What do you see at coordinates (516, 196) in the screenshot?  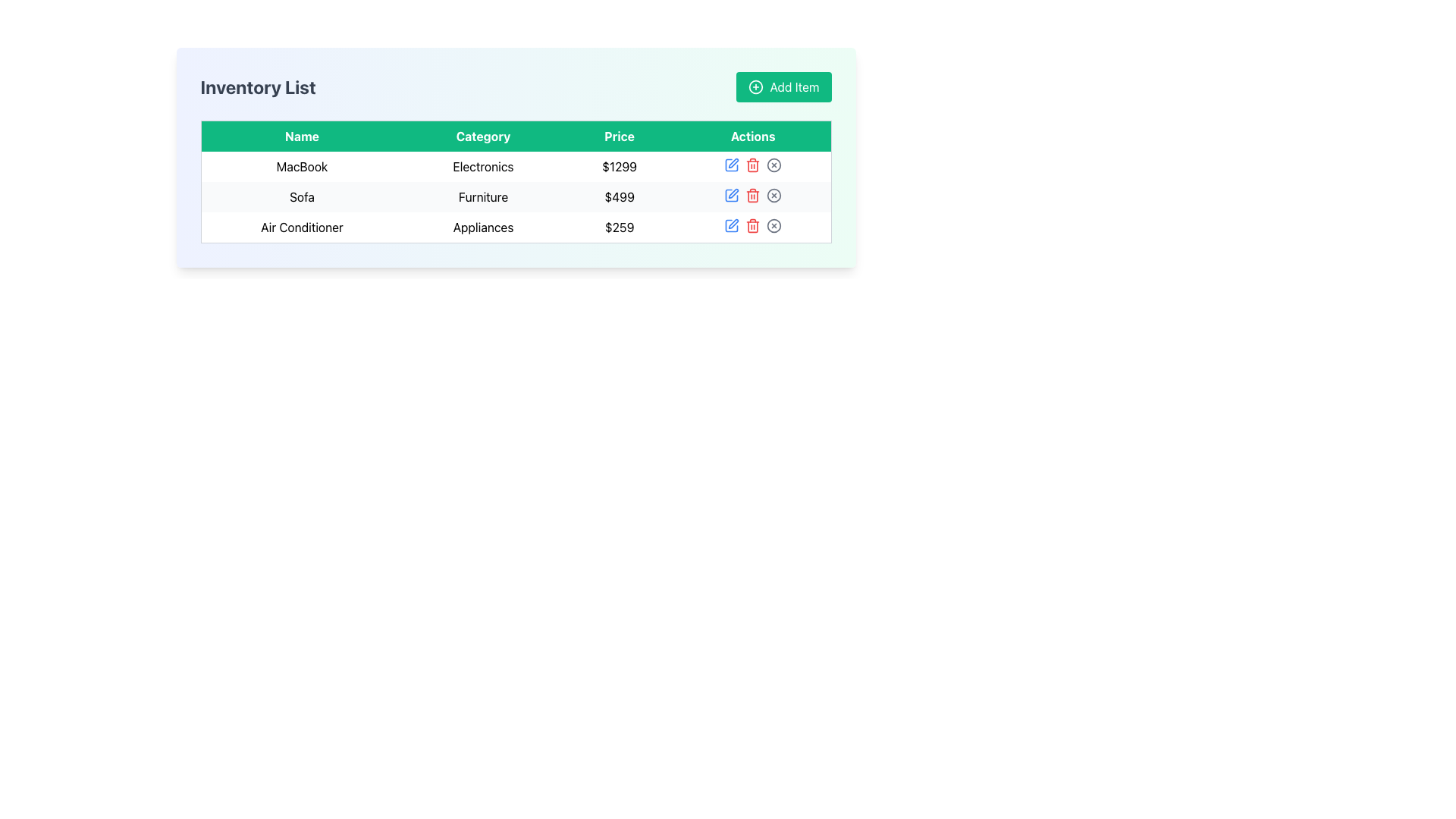 I see `to select the second row of the table containing the values 'Sofa', 'Furniture', and '$499'` at bounding box center [516, 196].